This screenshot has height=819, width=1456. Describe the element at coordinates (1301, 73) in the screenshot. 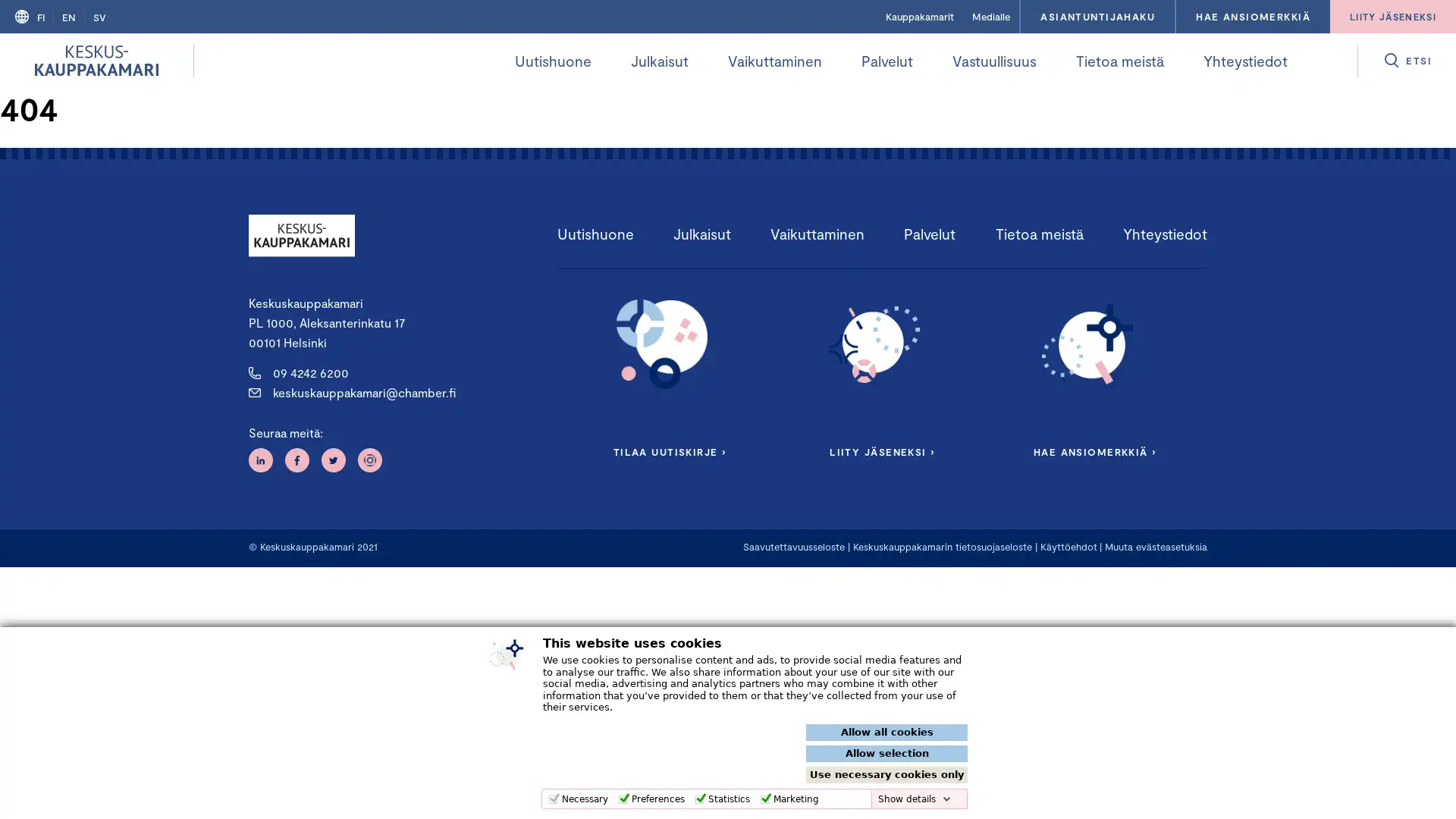

I see `Avaa alivalikko kohteelle Yhteystiedot` at that location.